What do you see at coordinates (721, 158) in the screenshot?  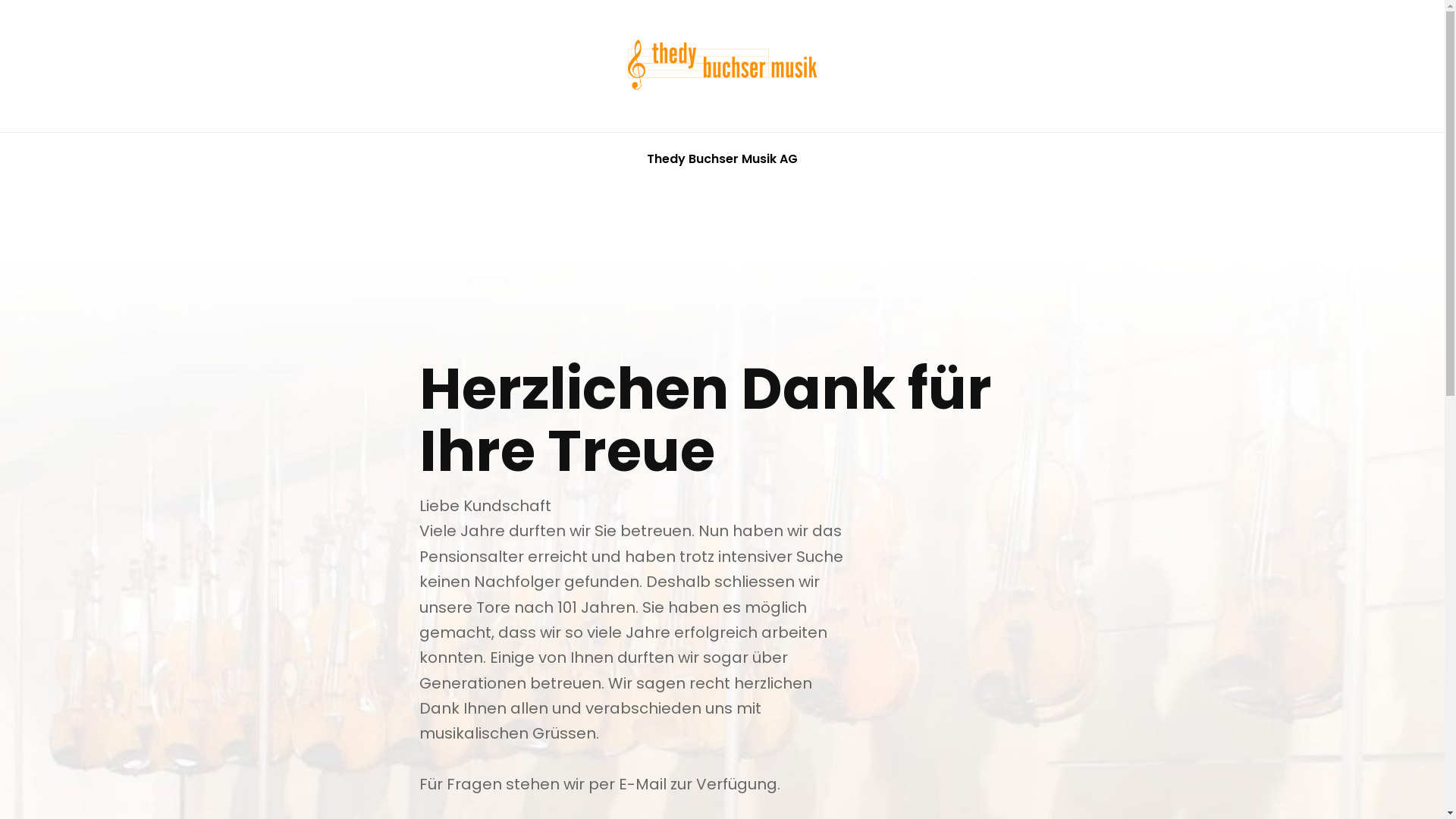 I see `'Thedy Buchser Musik AG'` at bounding box center [721, 158].